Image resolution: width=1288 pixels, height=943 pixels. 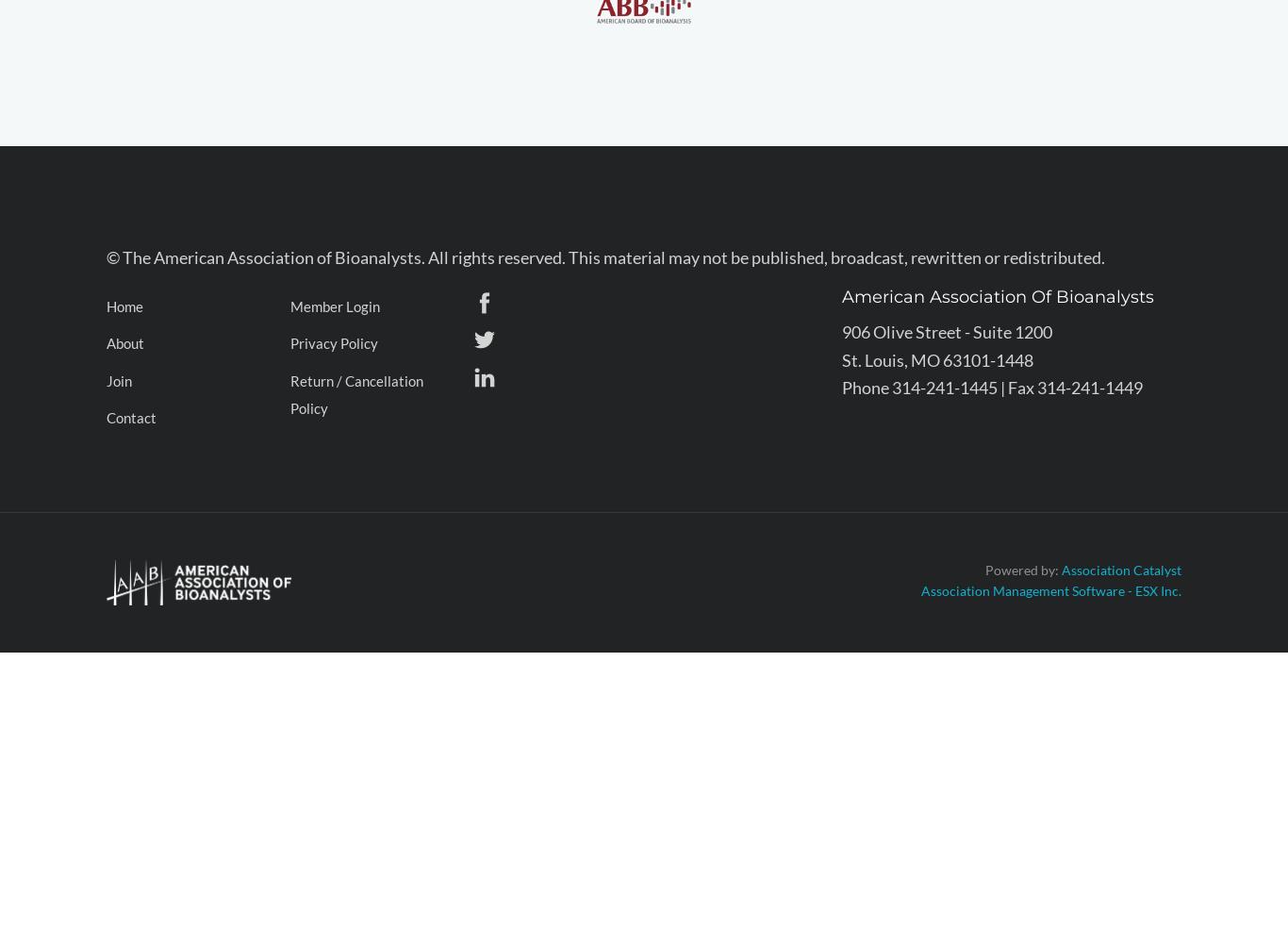 What do you see at coordinates (333, 342) in the screenshot?
I see `'Privacy Policy'` at bounding box center [333, 342].